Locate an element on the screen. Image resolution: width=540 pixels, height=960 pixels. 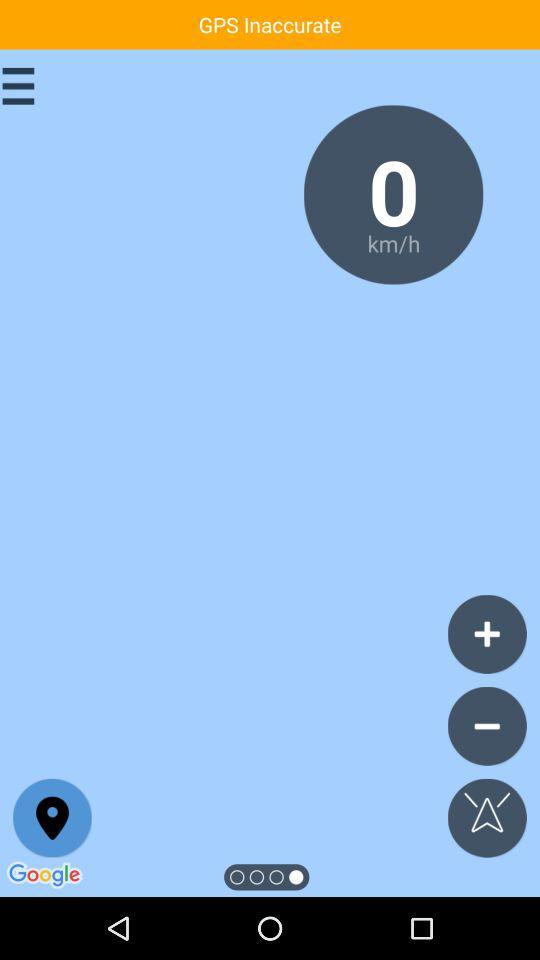
the add icon is located at coordinates (486, 633).